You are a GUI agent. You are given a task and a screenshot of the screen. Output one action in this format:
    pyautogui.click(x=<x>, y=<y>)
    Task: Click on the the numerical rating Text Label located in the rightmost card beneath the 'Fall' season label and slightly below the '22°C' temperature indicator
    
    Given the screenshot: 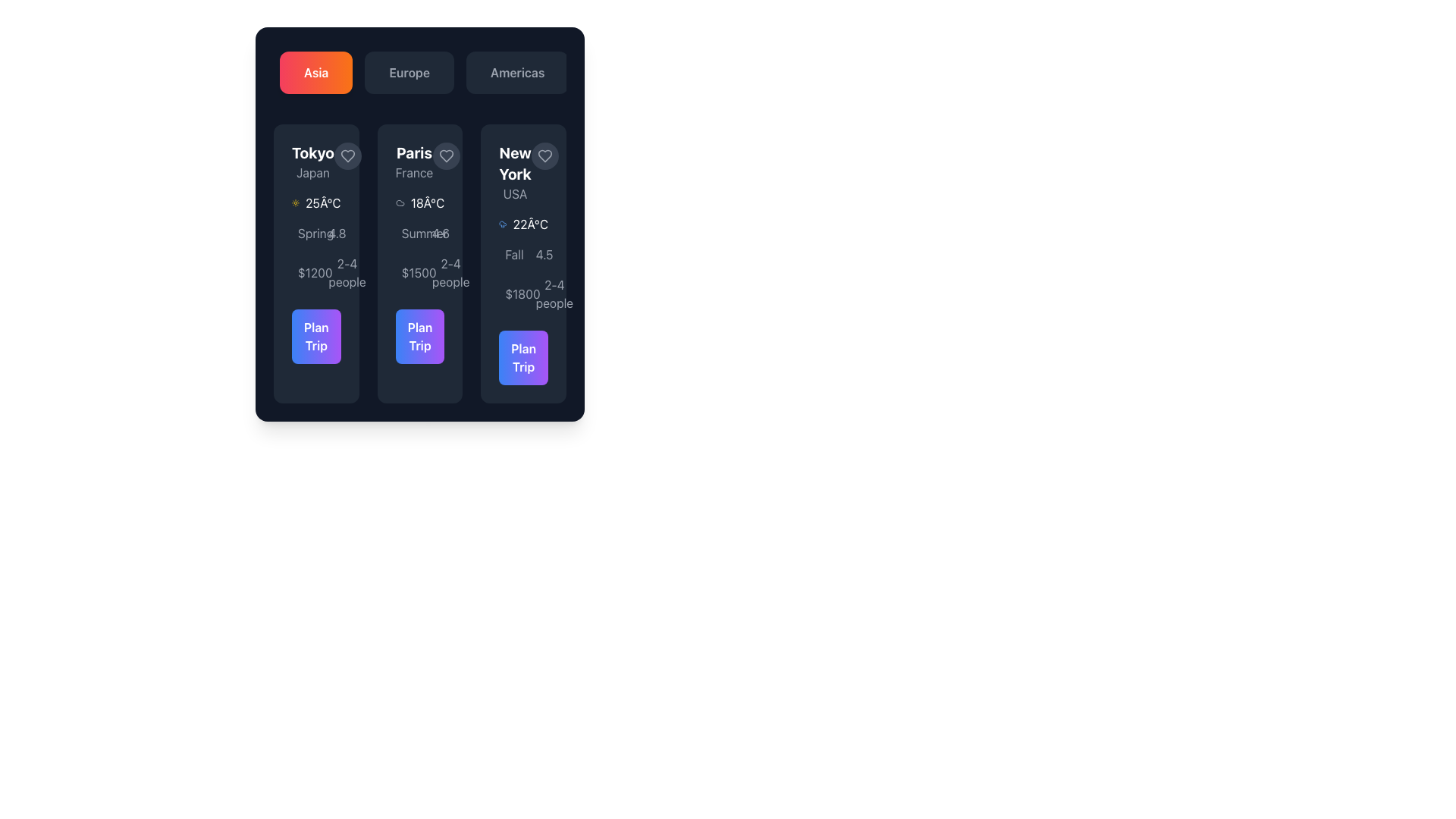 What is the action you would take?
    pyautogui.click(x=538, y=253)
    